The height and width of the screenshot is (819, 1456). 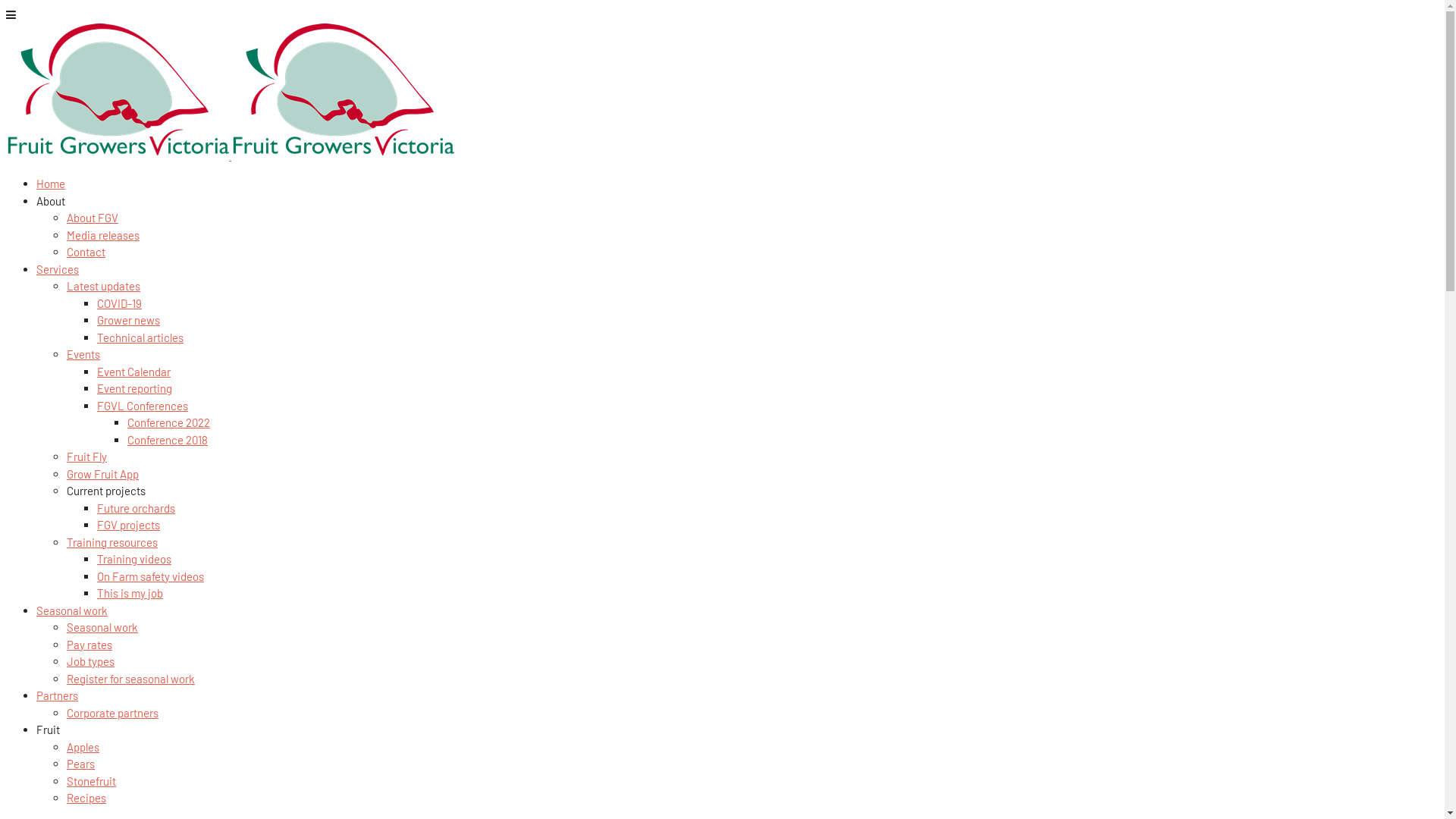 I want to click on 'About FGV', so click(x=91, y=217).